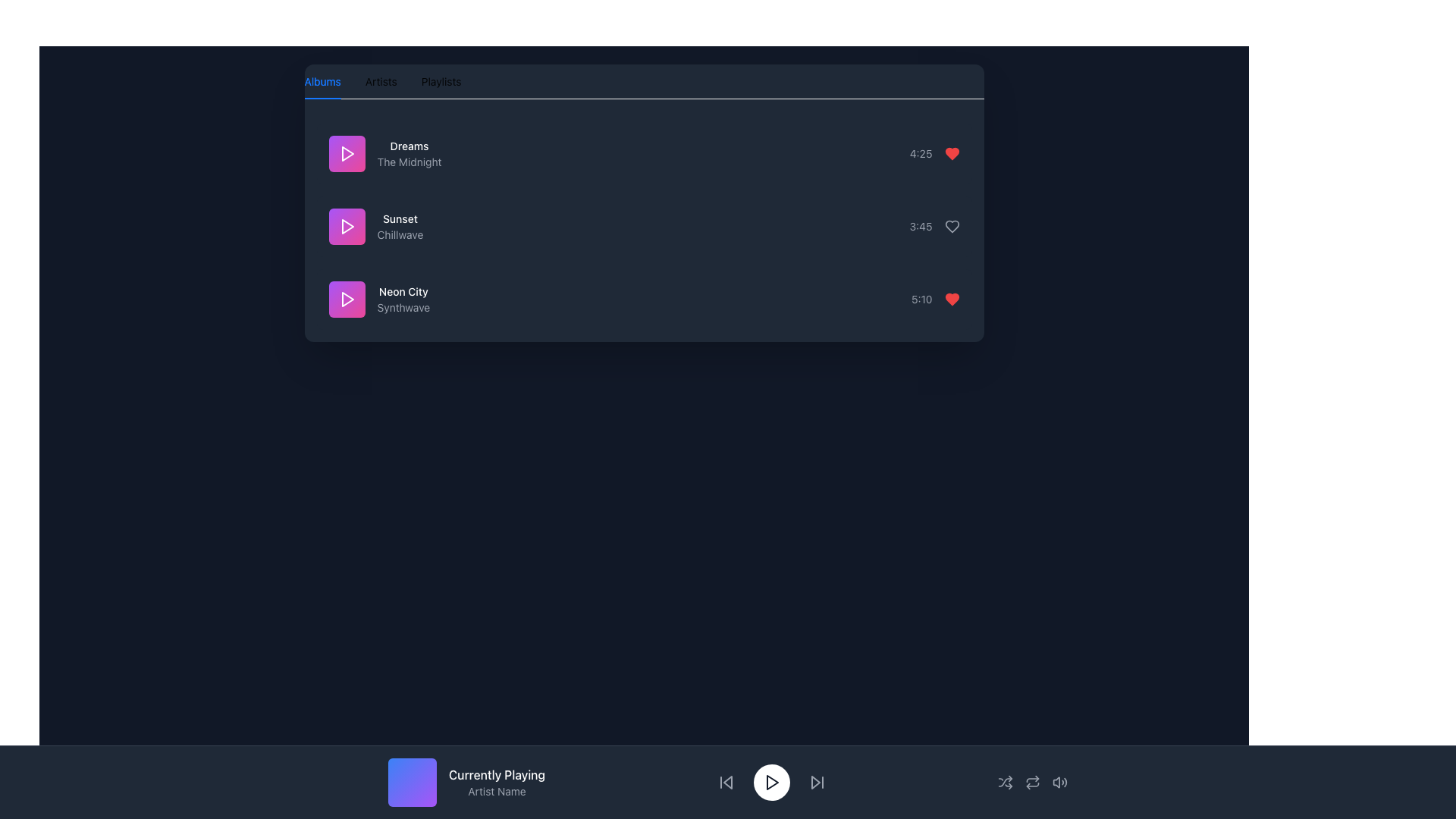 This screenshot has width=1456, height=819. Describe the element at coordinates (346, 299) in the screenshot. I see `the play button for the media item labeled 'Neon CitySynthwave'` at that location.